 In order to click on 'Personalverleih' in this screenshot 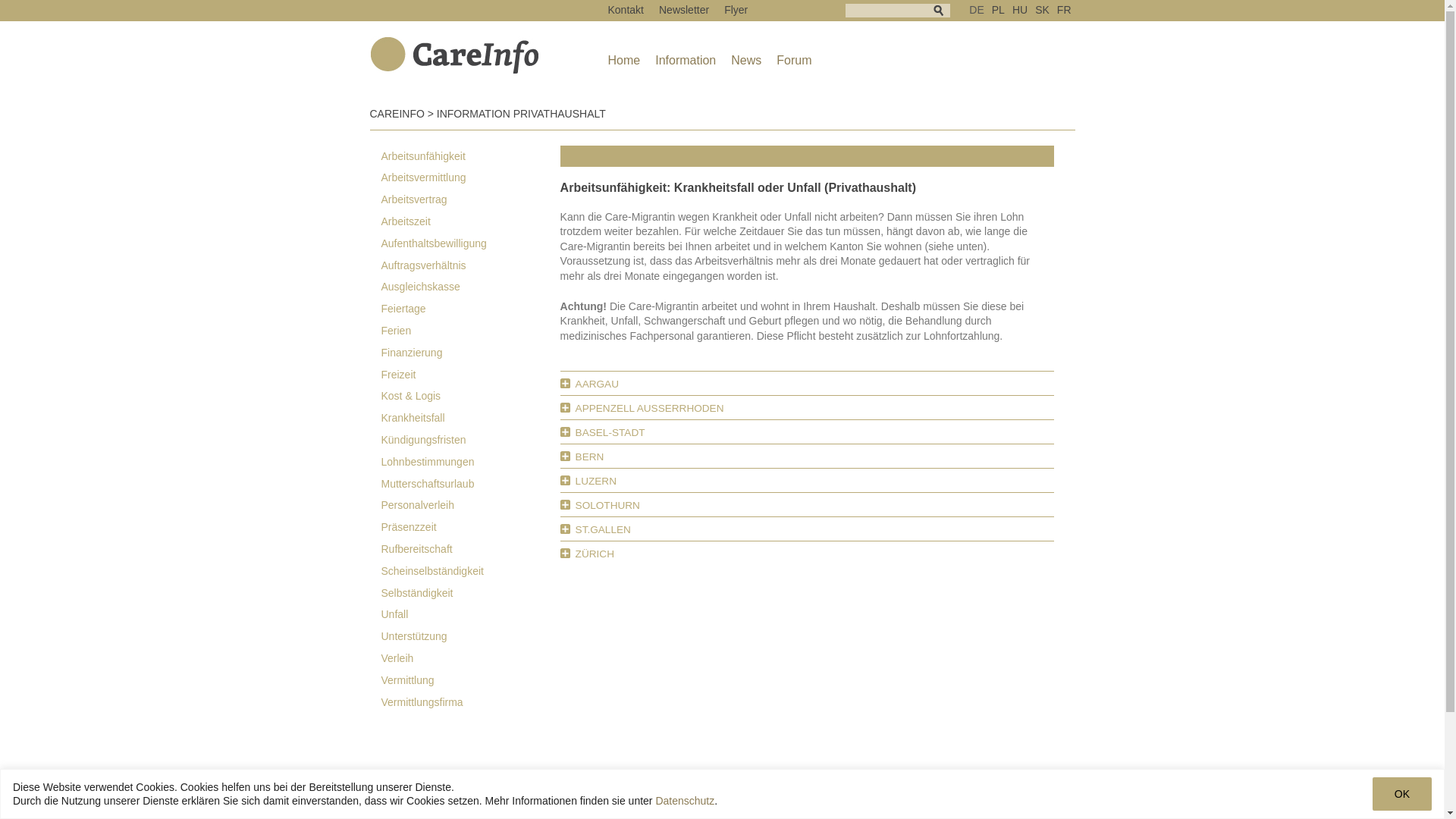, I will do `click(469, 505)`.